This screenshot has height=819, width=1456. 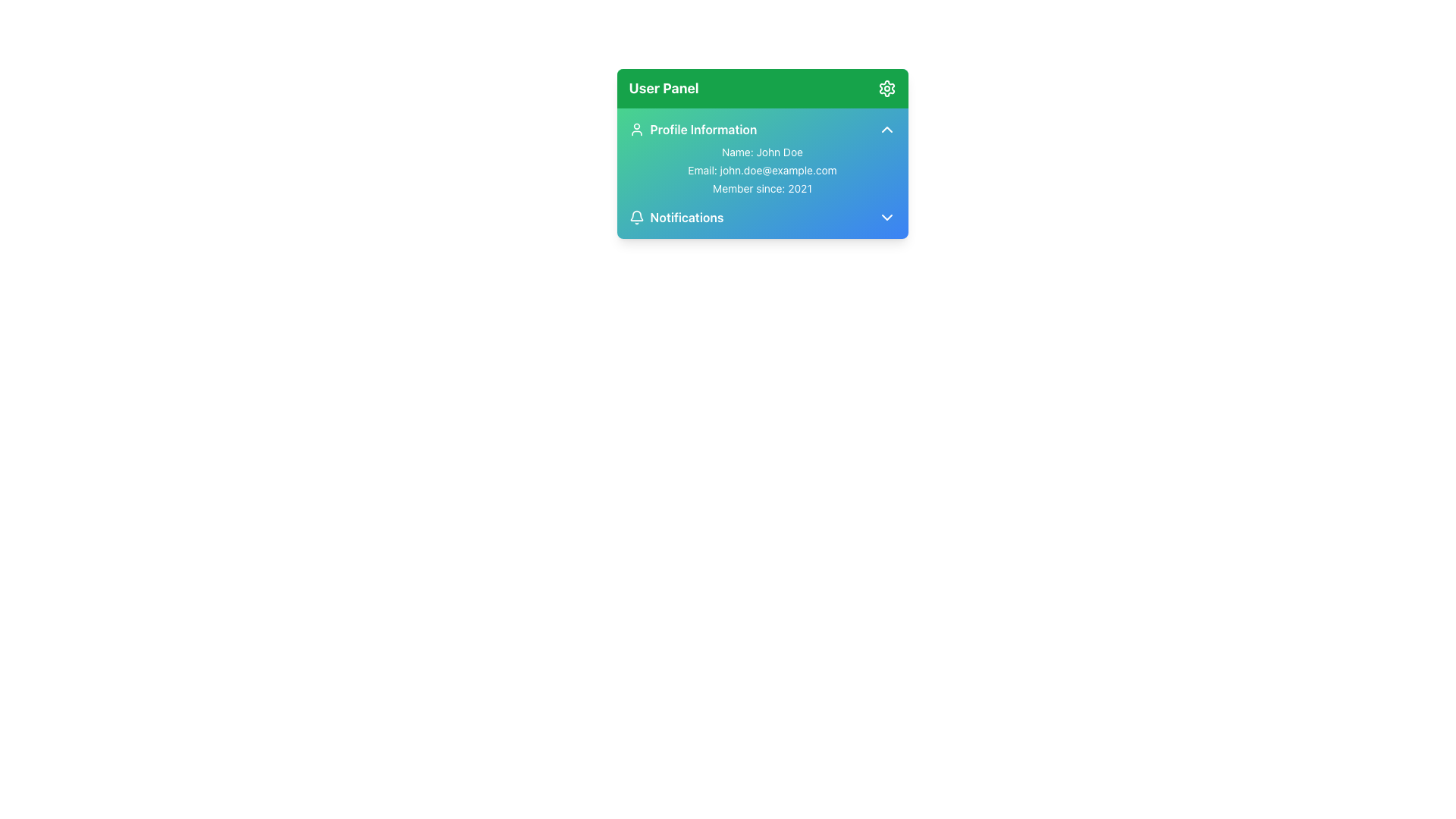 I want to click on the 'Notifications' text label located in the User Panel card, which is positioned to the right of the bell icon, so click(x=686, y=217).